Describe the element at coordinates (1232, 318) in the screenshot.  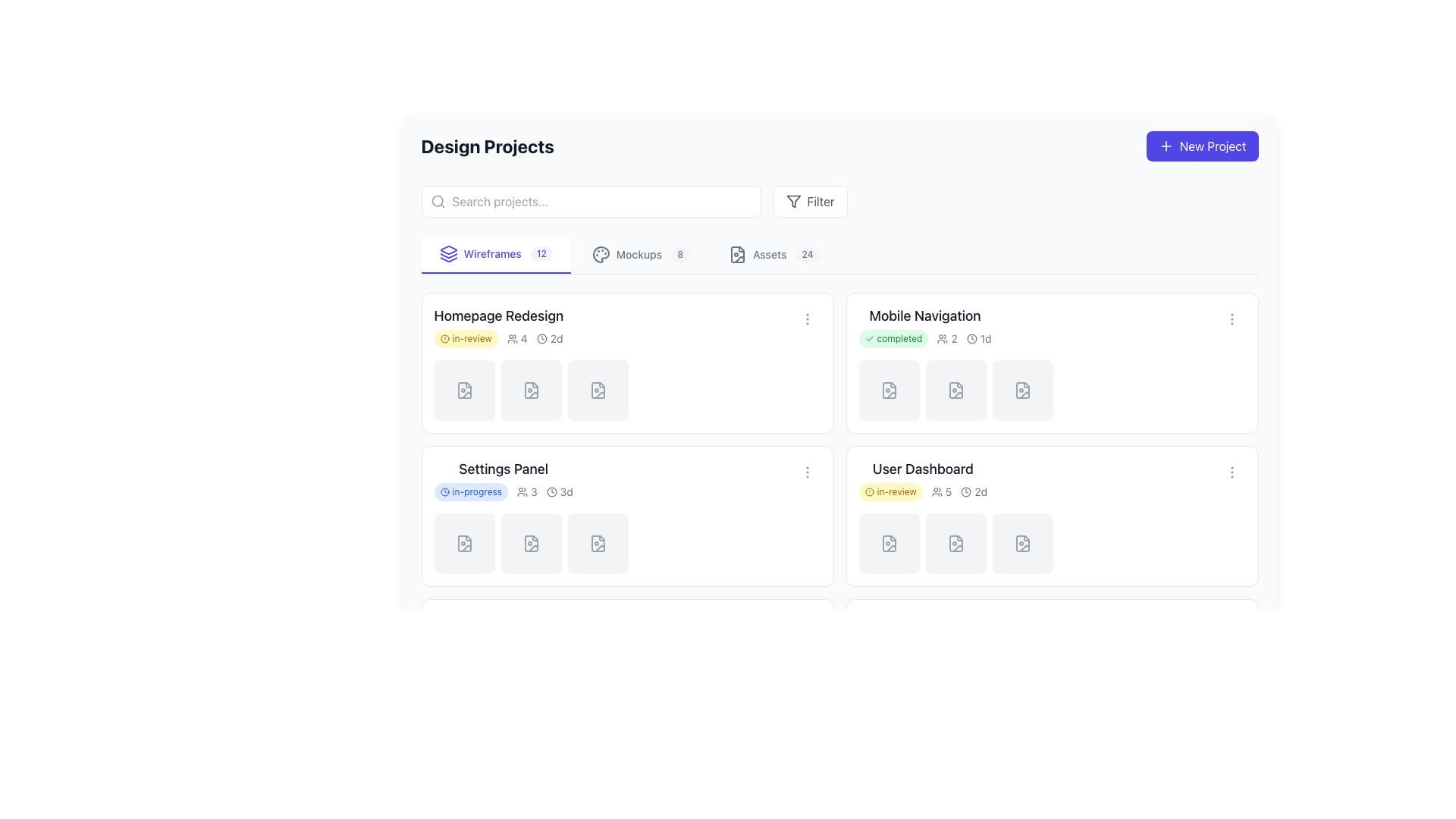
I see `the ellipsis vertical menu button located in the top-right corner of the 'Mobile Navigation' card in the 'Design Projects' grid` at that location.